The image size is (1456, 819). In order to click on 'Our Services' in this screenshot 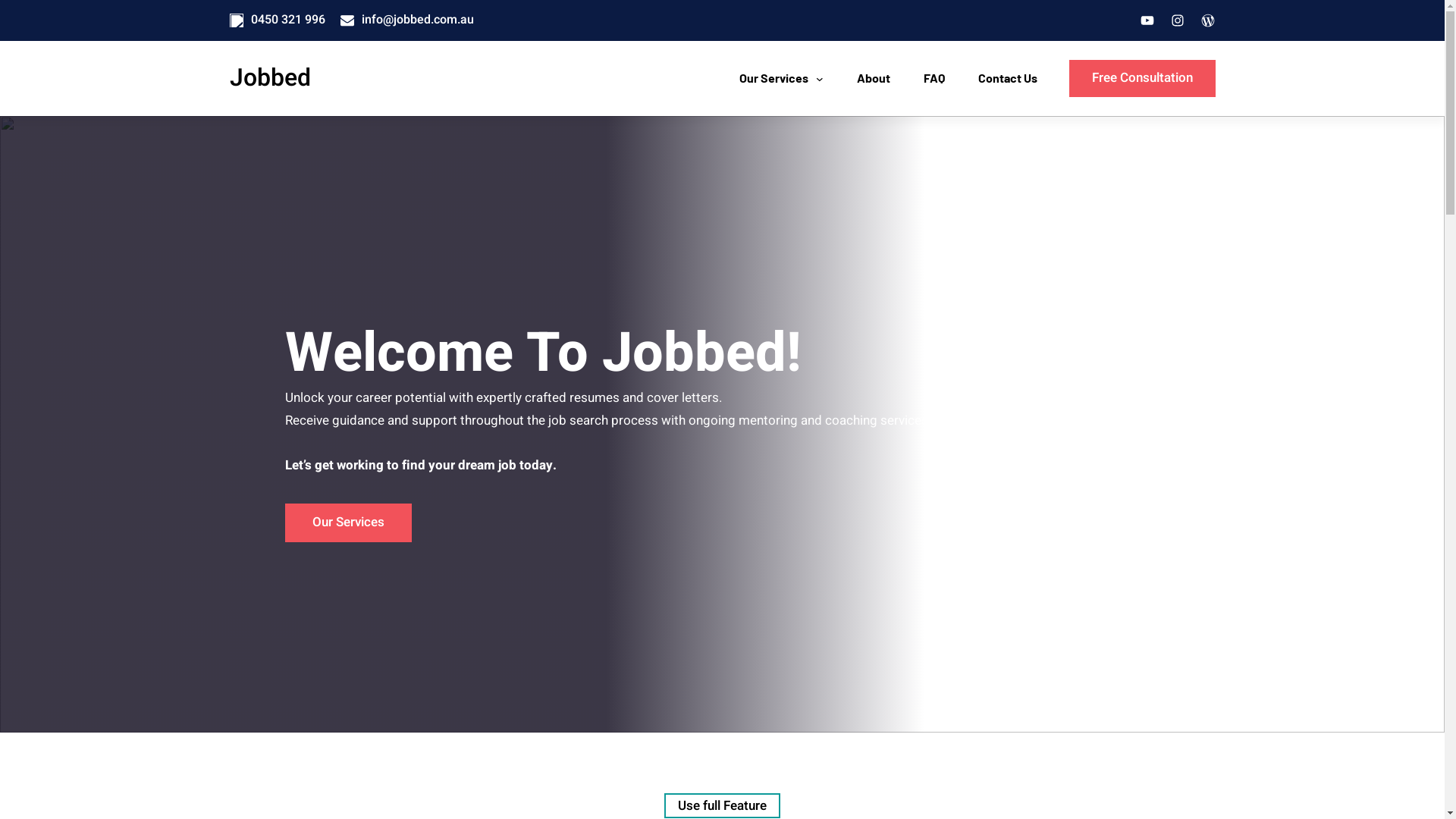, I will do `click(731, 78)`.